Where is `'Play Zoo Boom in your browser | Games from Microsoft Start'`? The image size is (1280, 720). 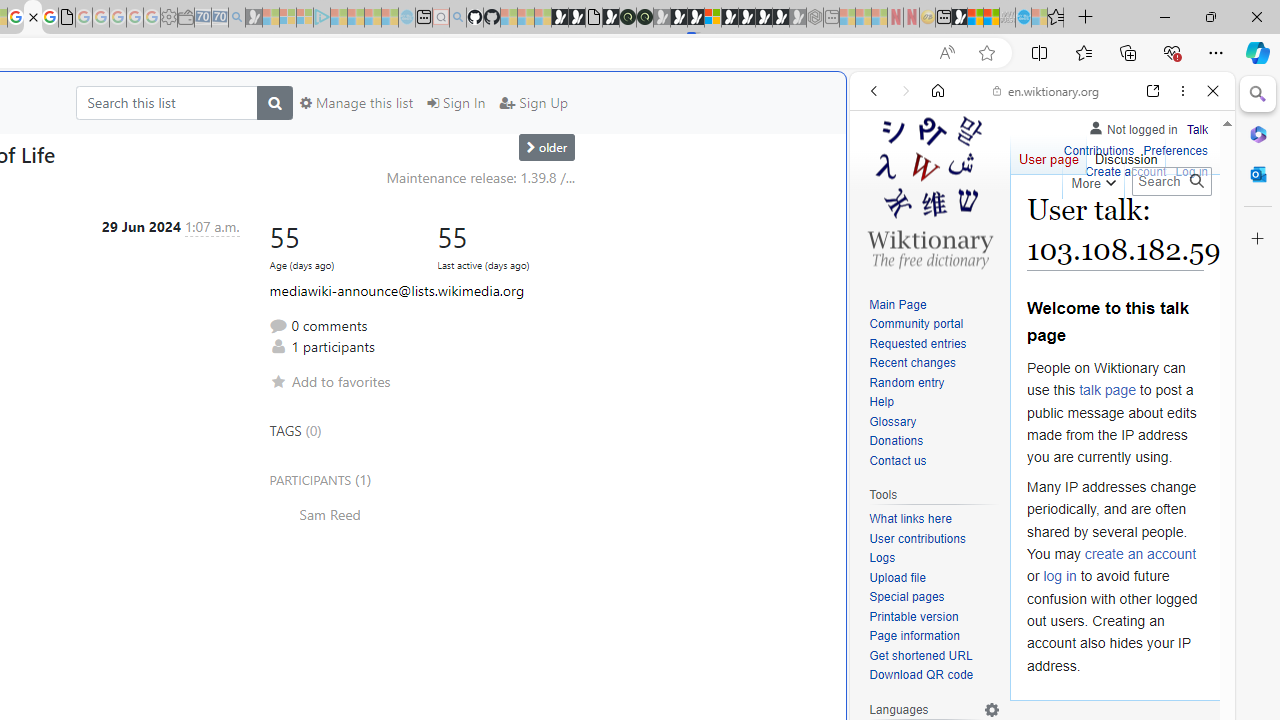
'Play Zoo Boom in your browser | Games from Microsoft Start' is located at coordinates (576, 17).